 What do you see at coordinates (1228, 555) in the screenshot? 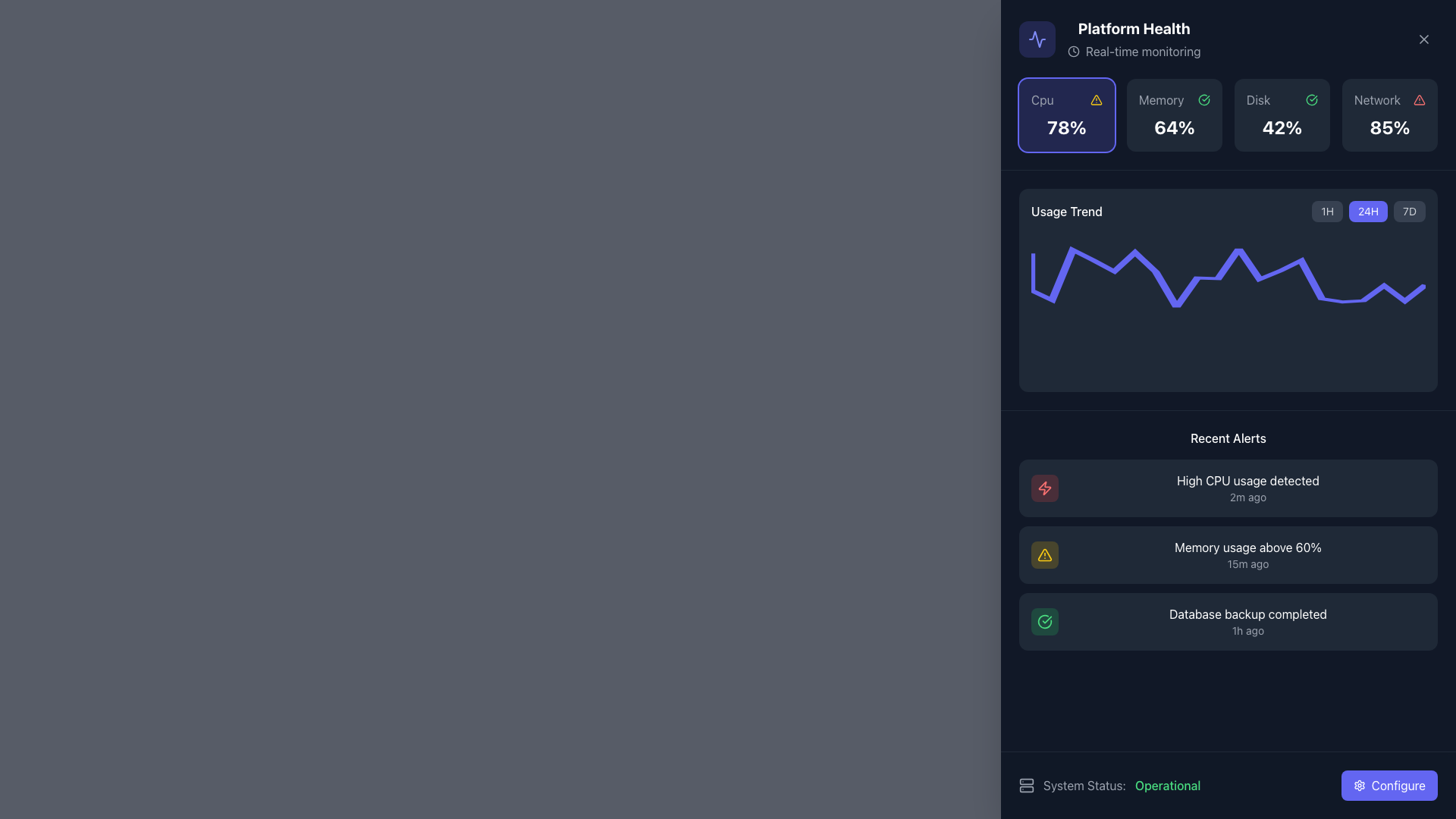
I see `the second notification card in the 'Recent Alerts' section, which contains a yellow warning icon and text indicating 'Memory usage above 60%'` at bounding box center [1228, 555].